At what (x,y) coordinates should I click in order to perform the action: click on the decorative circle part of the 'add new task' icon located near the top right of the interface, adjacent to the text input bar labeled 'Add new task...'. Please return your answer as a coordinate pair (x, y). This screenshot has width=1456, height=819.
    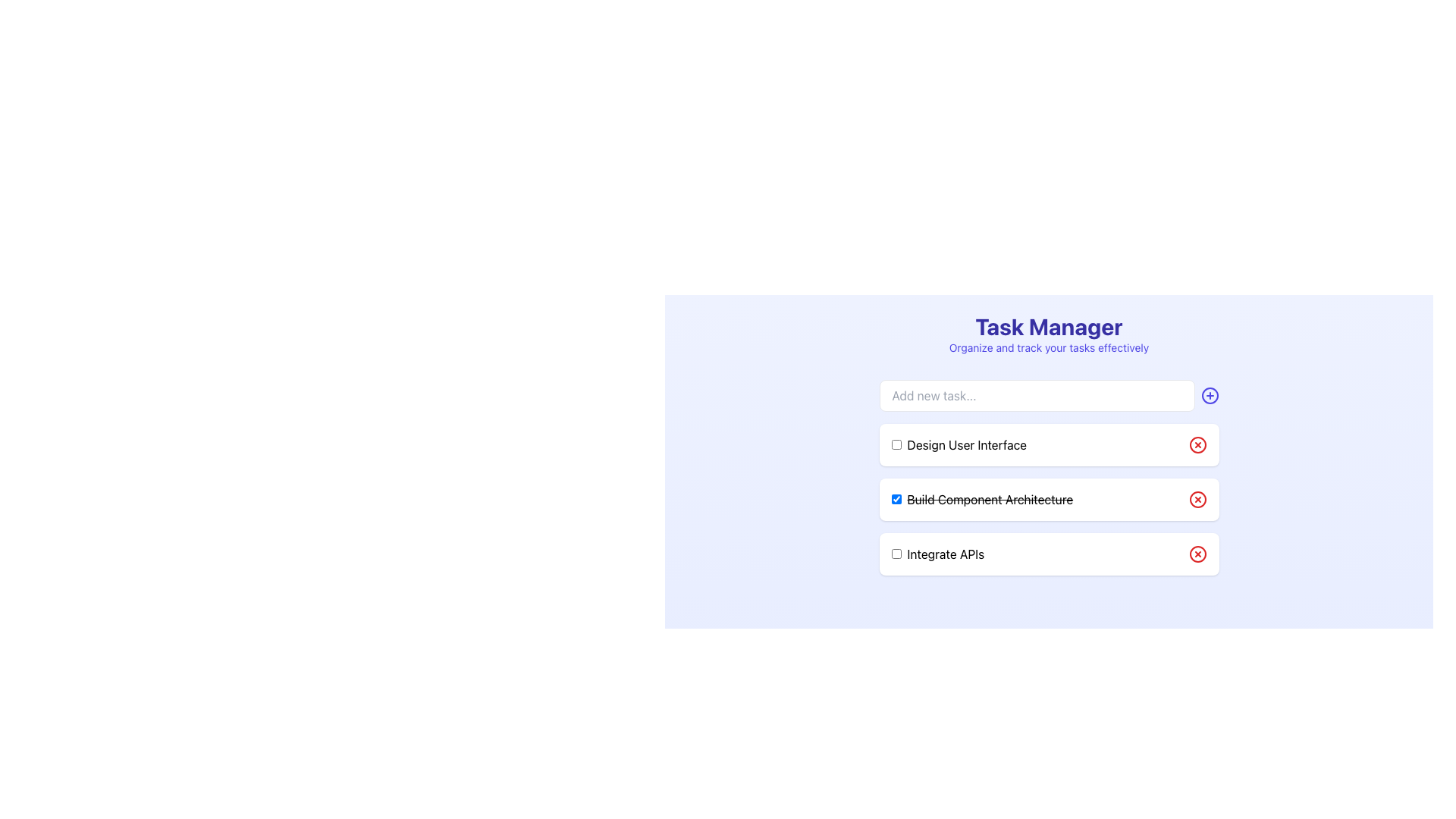
    Looking at the image, I should click on (1209, 394).